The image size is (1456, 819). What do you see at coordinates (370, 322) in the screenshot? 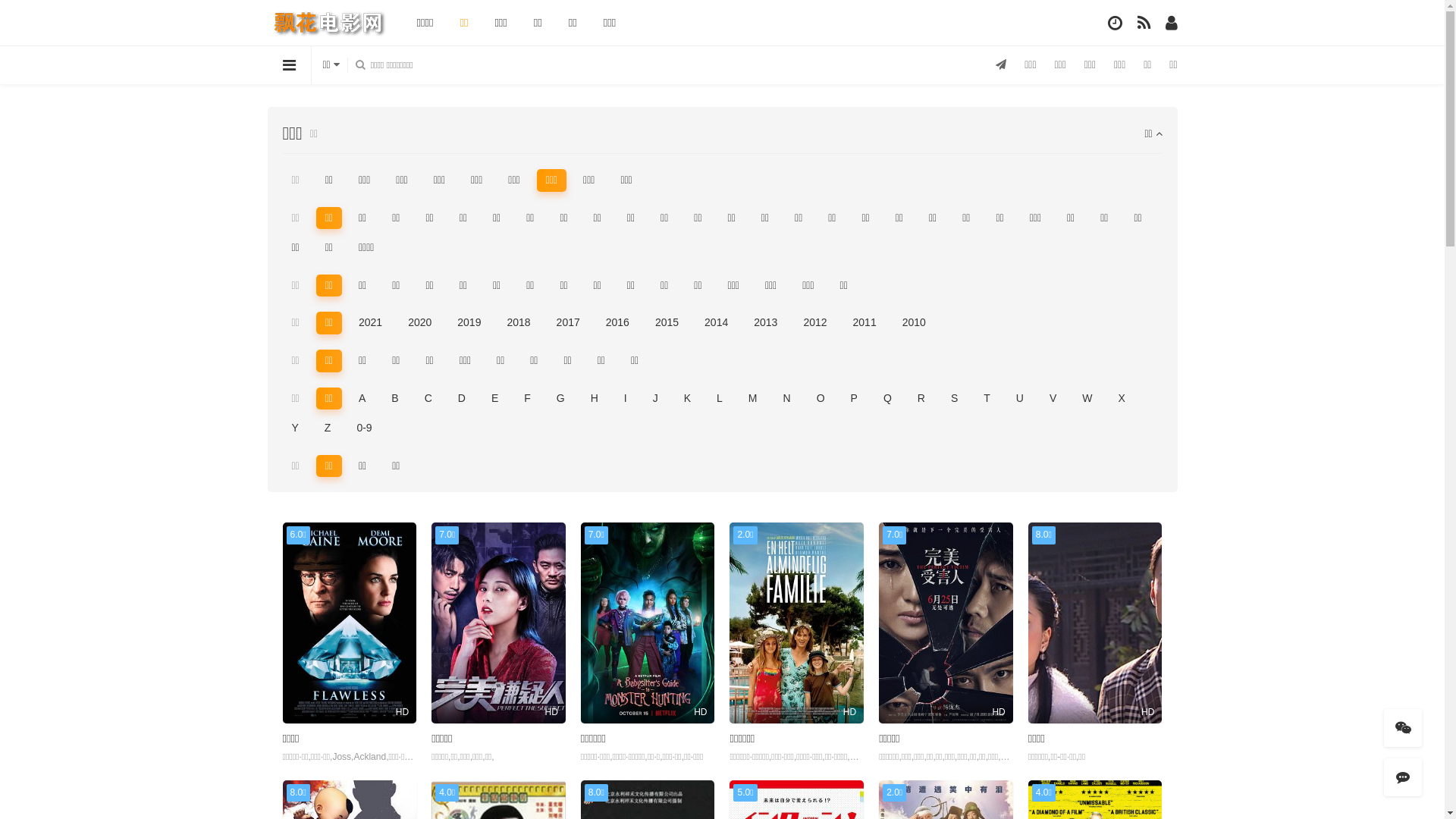
I see `'2021'` at bounding box center [370, 322].